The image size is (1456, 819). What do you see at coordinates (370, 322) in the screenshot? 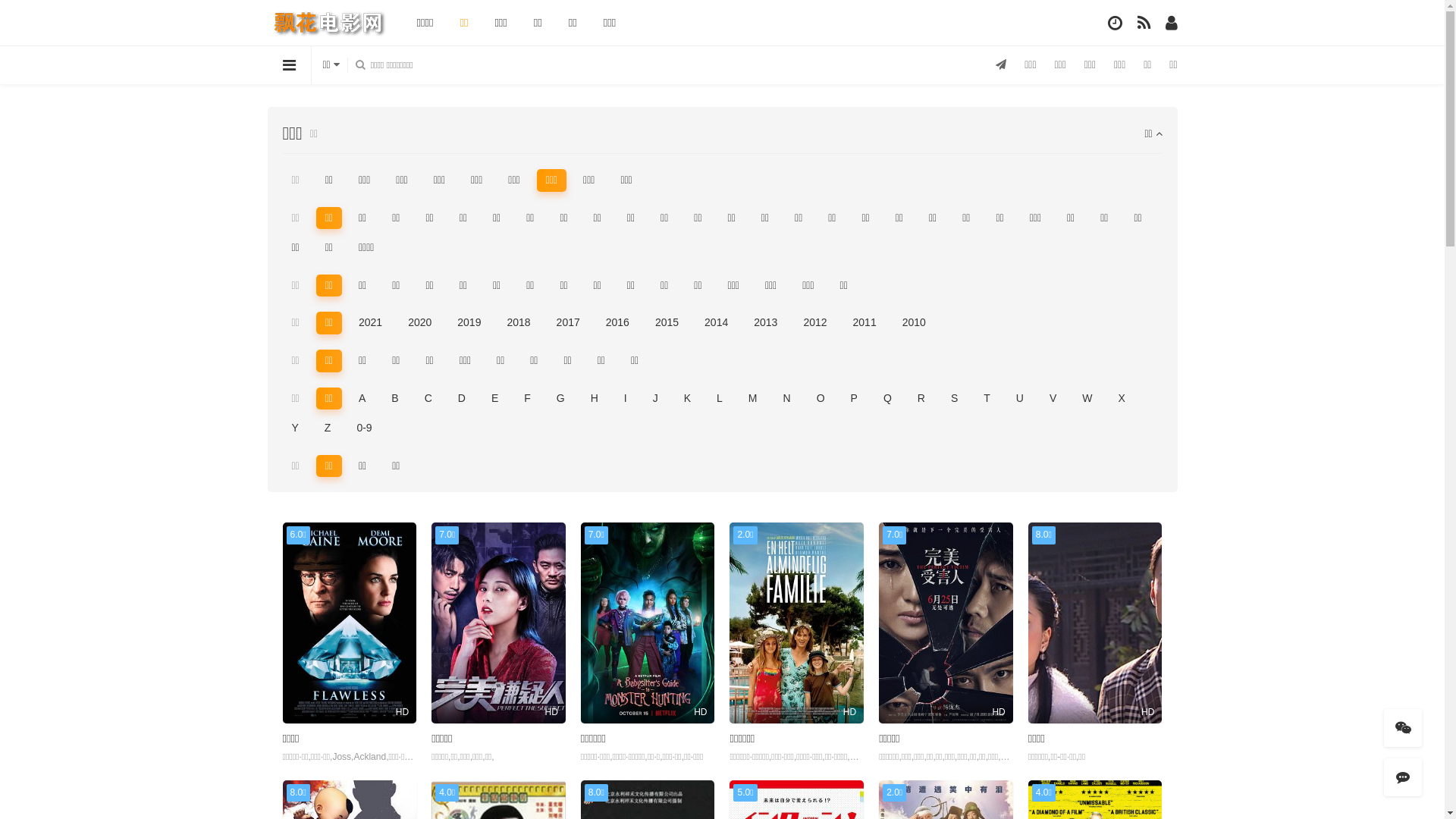
I see `'2021'` at bounding box center [370, 322].